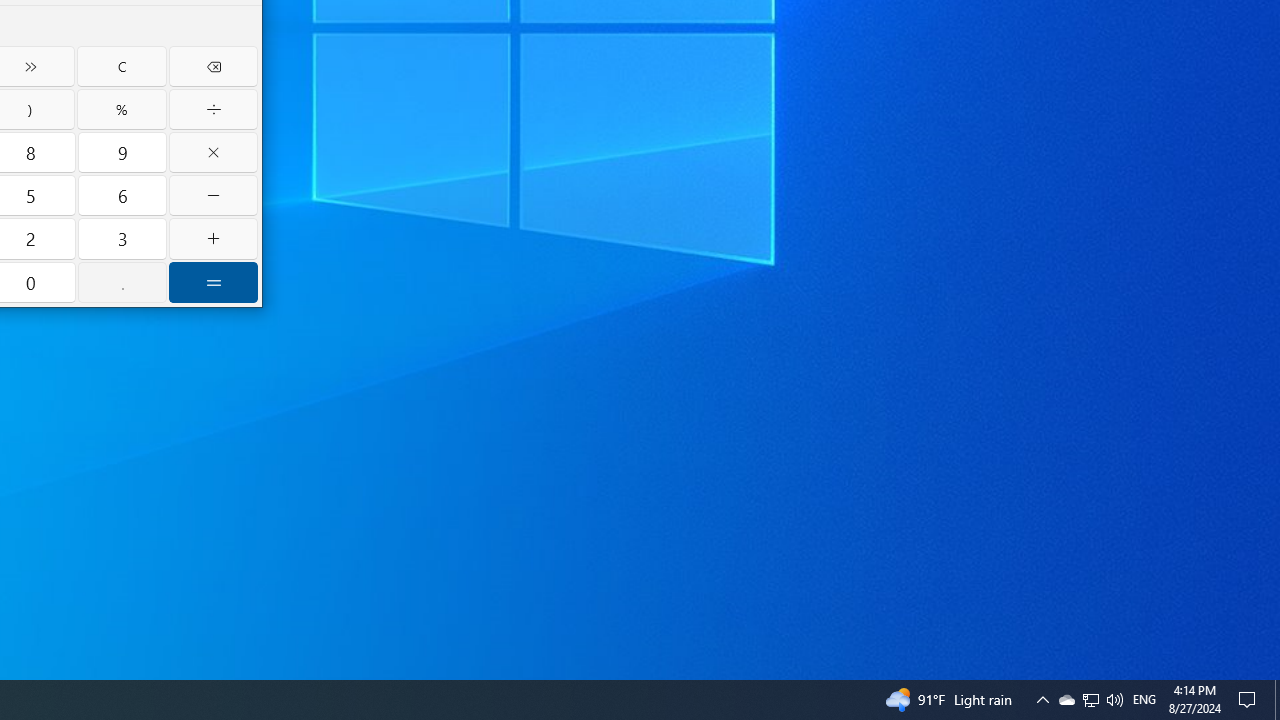 The width and height of the screenshot is (1280, 720). I want to click on 'Six', so click(121, 195).